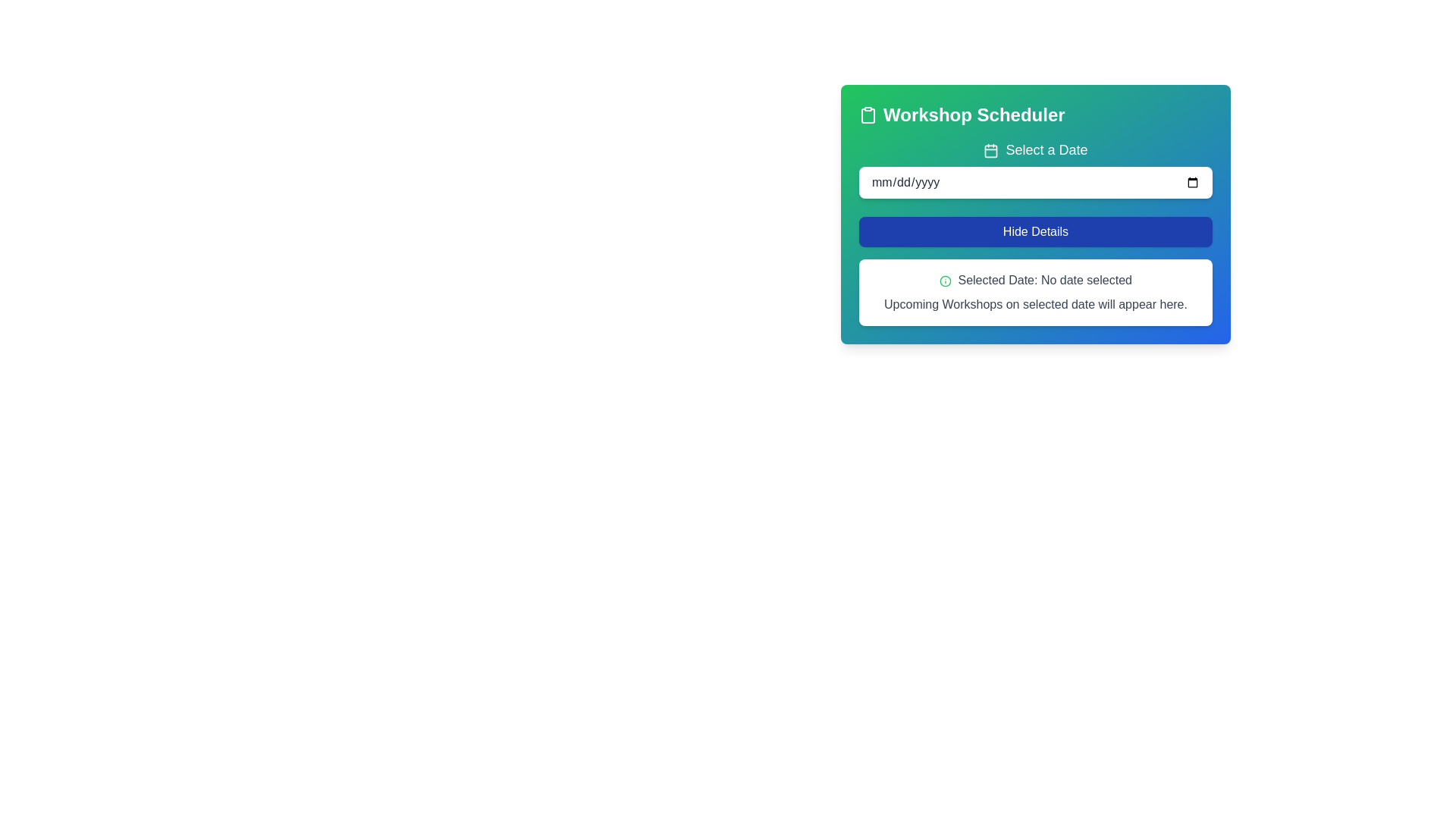 This screenshot has width=1456, height=819. I want to click on the decorative calendar icon located to the left of the 'Select a Date' label, which visually emphasizes the date selection function, so click(991, 151).